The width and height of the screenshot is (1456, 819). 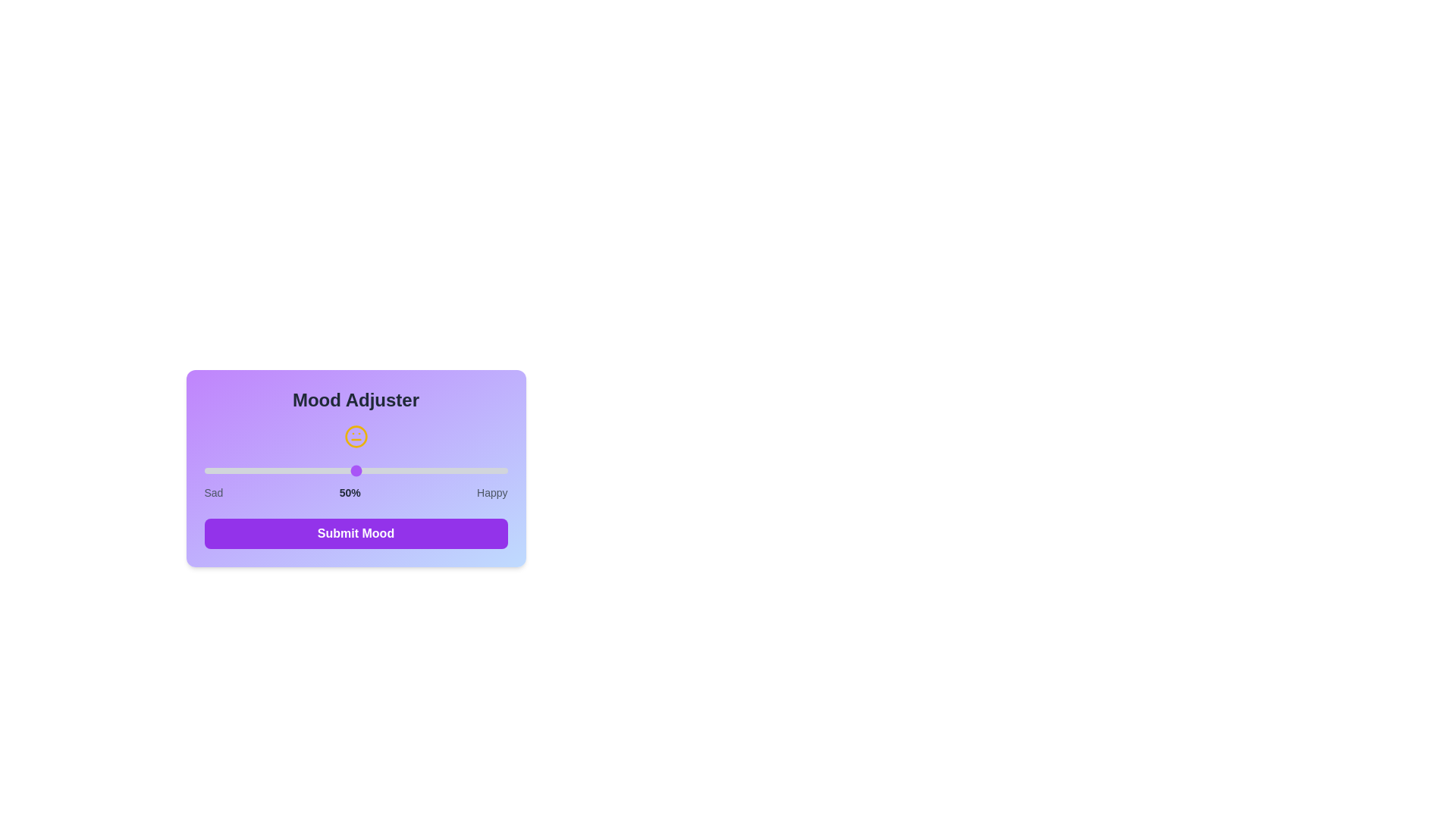 What do you see at coordinates (221, 470) in the screenshot?
I see `the mood slider to 6% to observe the mood icon change` at bounding box center [221, 470].